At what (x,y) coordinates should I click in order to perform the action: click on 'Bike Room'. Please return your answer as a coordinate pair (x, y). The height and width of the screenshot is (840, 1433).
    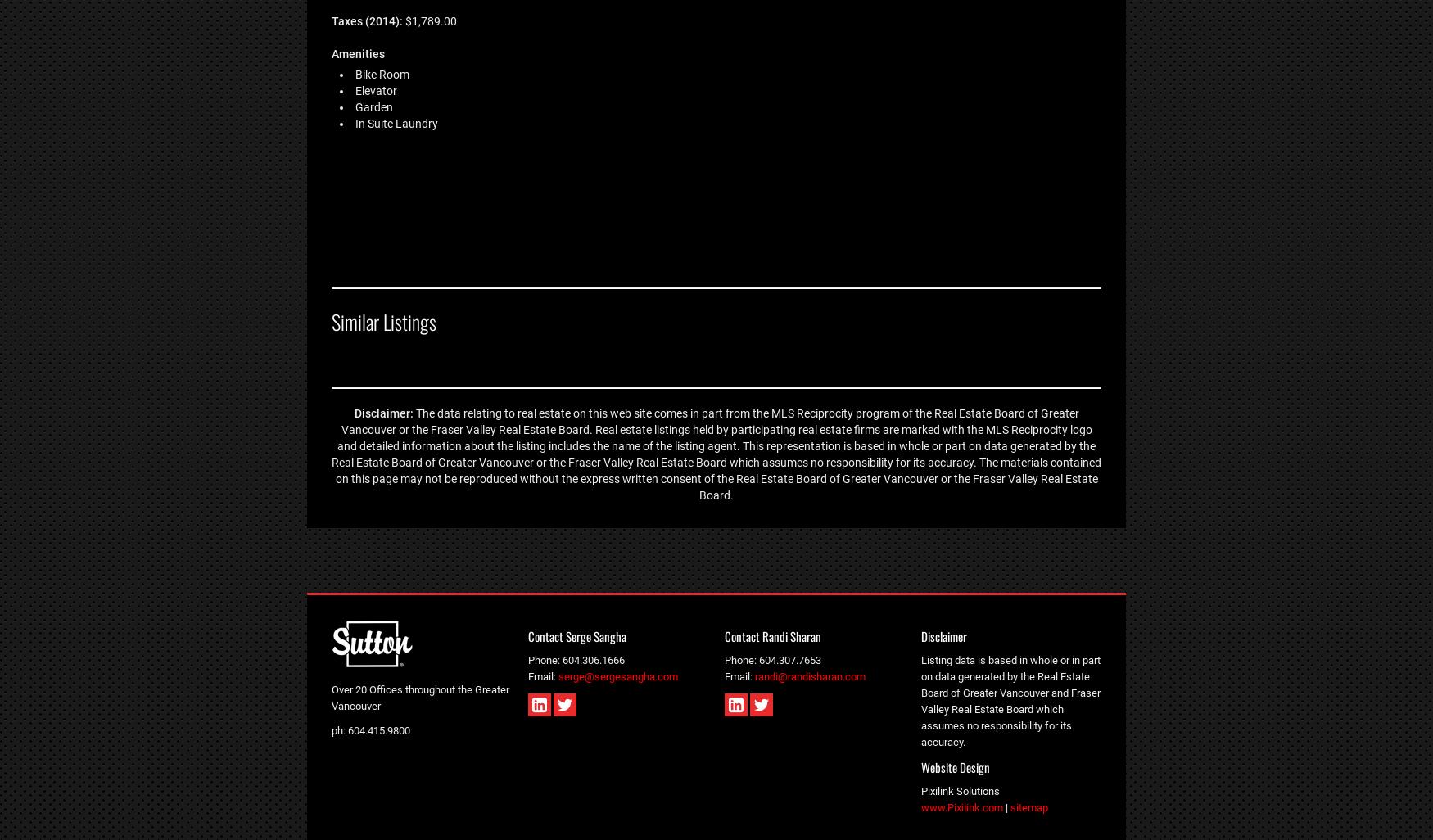
    Looking at the image, I should click on (382, 72).